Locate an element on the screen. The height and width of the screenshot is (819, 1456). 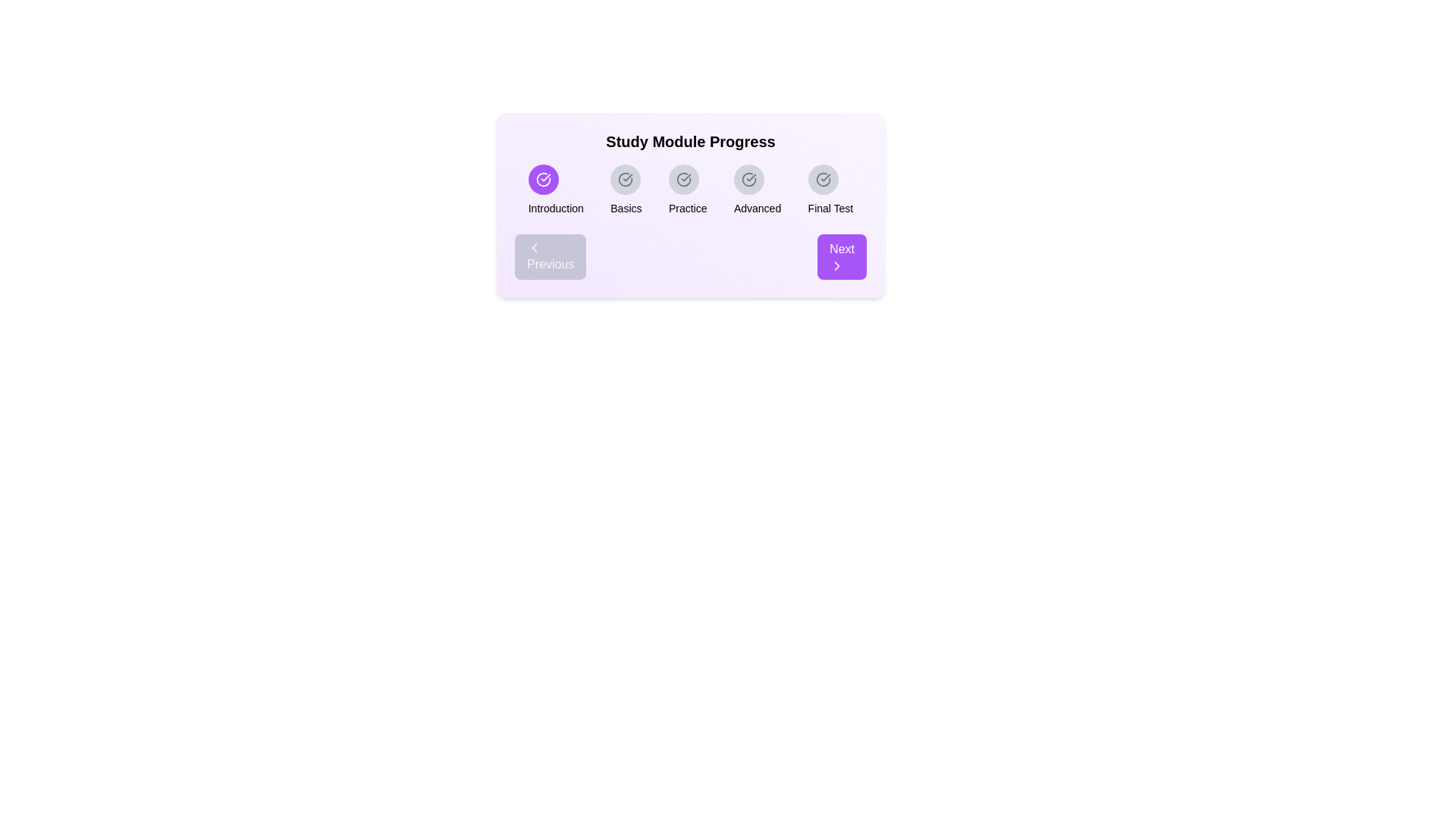
the static text label displaying 'Final Test', which is styled in bold black sans-serif font and located below a circular icon, representing the final stage of the study module progress is located at coordinates (830, 208).